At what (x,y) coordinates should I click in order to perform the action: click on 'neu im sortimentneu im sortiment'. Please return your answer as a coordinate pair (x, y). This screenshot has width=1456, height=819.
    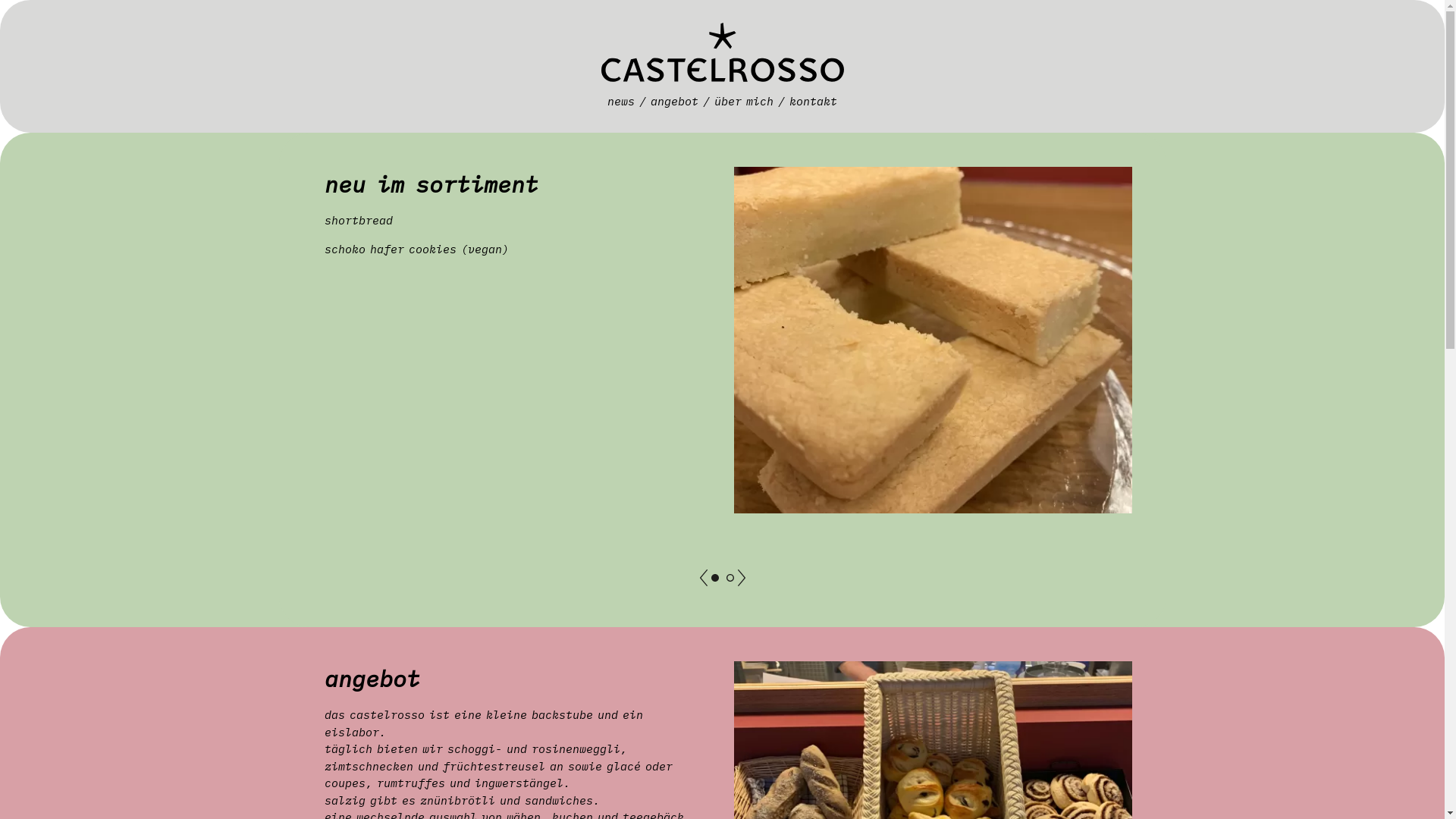
    Looking at the image, I should click on (710, 578).